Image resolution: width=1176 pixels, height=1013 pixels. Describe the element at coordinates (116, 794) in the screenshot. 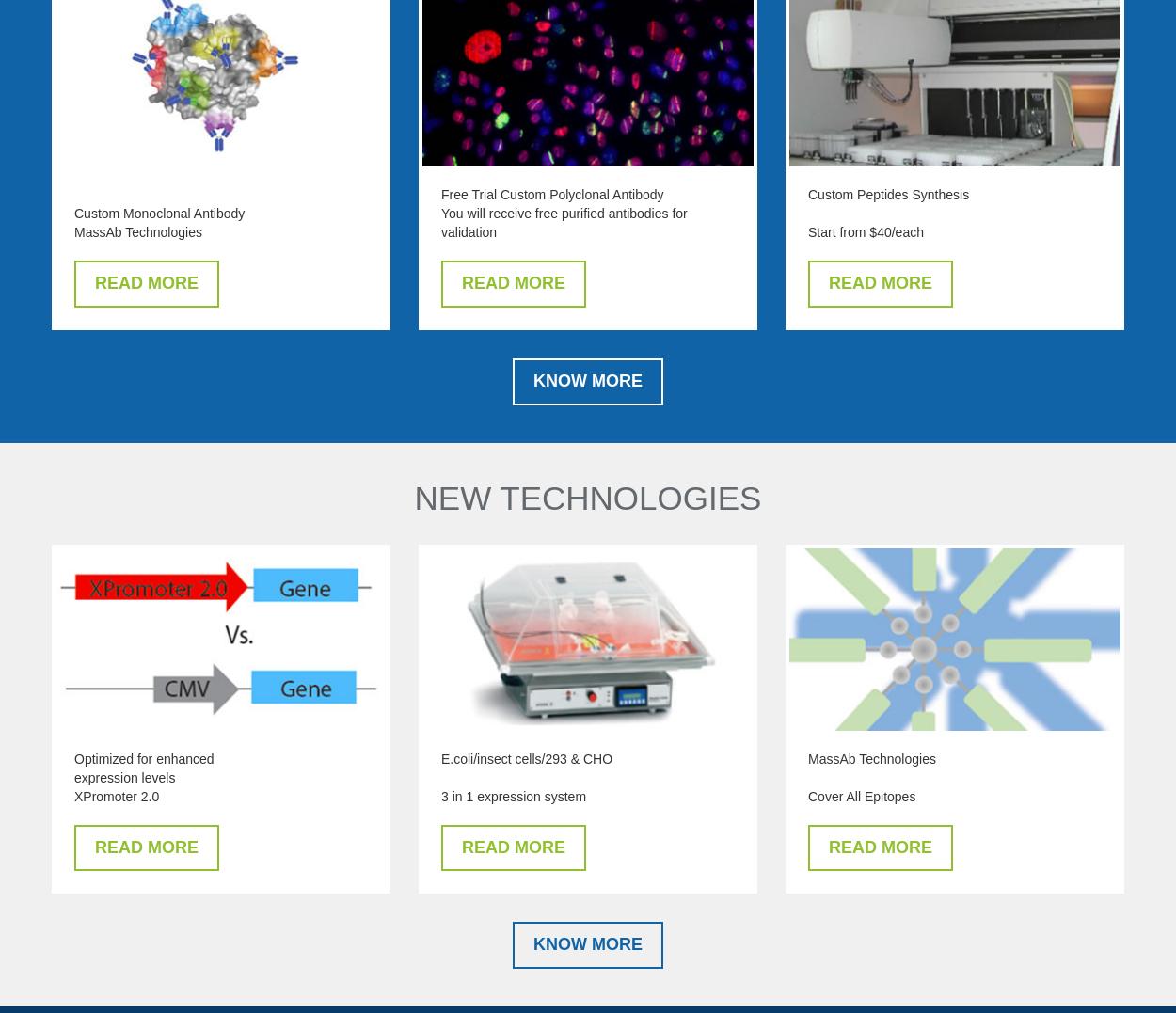

I see `'XPromoter 2.0'` at that location.